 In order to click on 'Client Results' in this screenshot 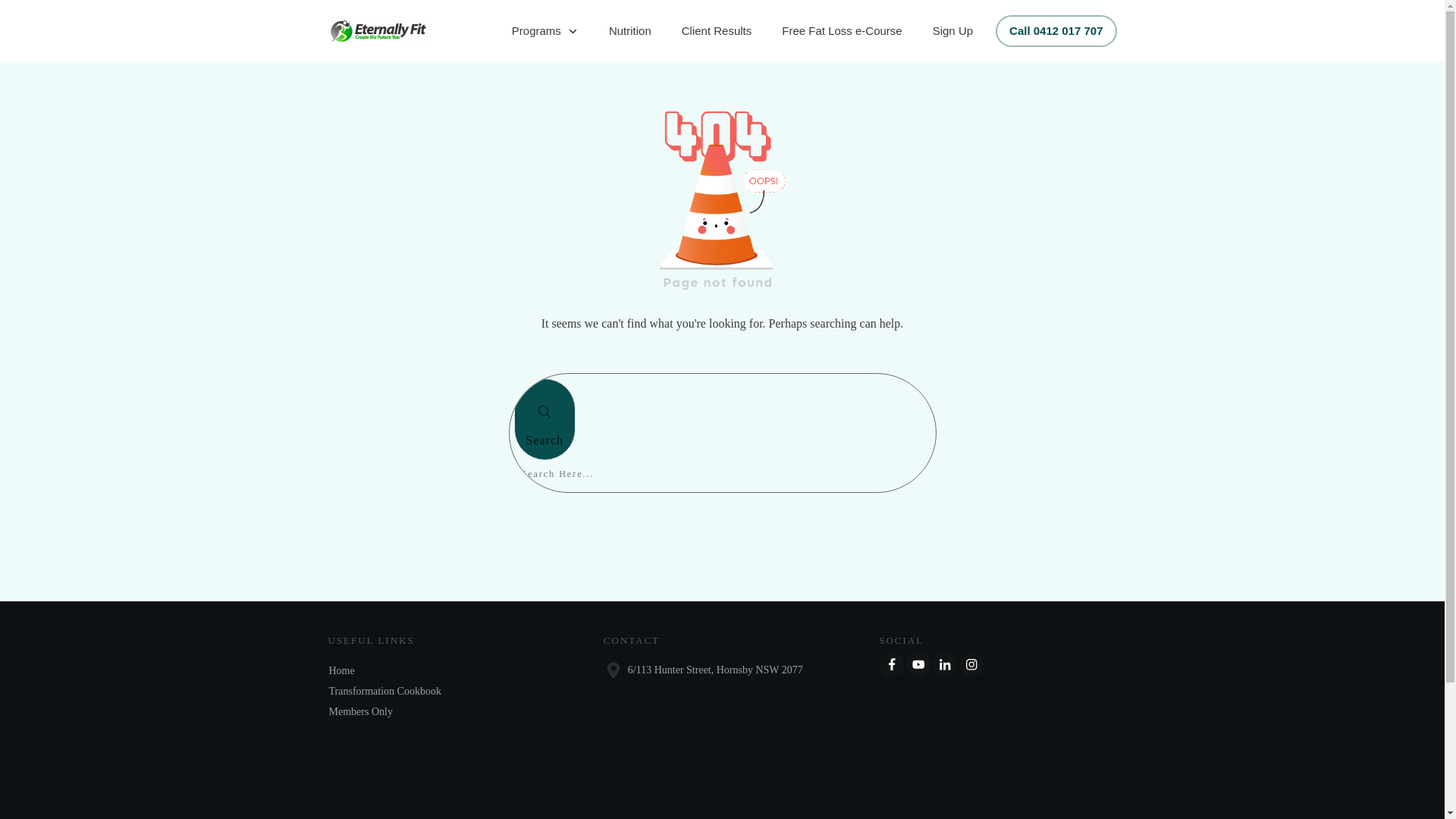, I will do `click(716, 31)`.